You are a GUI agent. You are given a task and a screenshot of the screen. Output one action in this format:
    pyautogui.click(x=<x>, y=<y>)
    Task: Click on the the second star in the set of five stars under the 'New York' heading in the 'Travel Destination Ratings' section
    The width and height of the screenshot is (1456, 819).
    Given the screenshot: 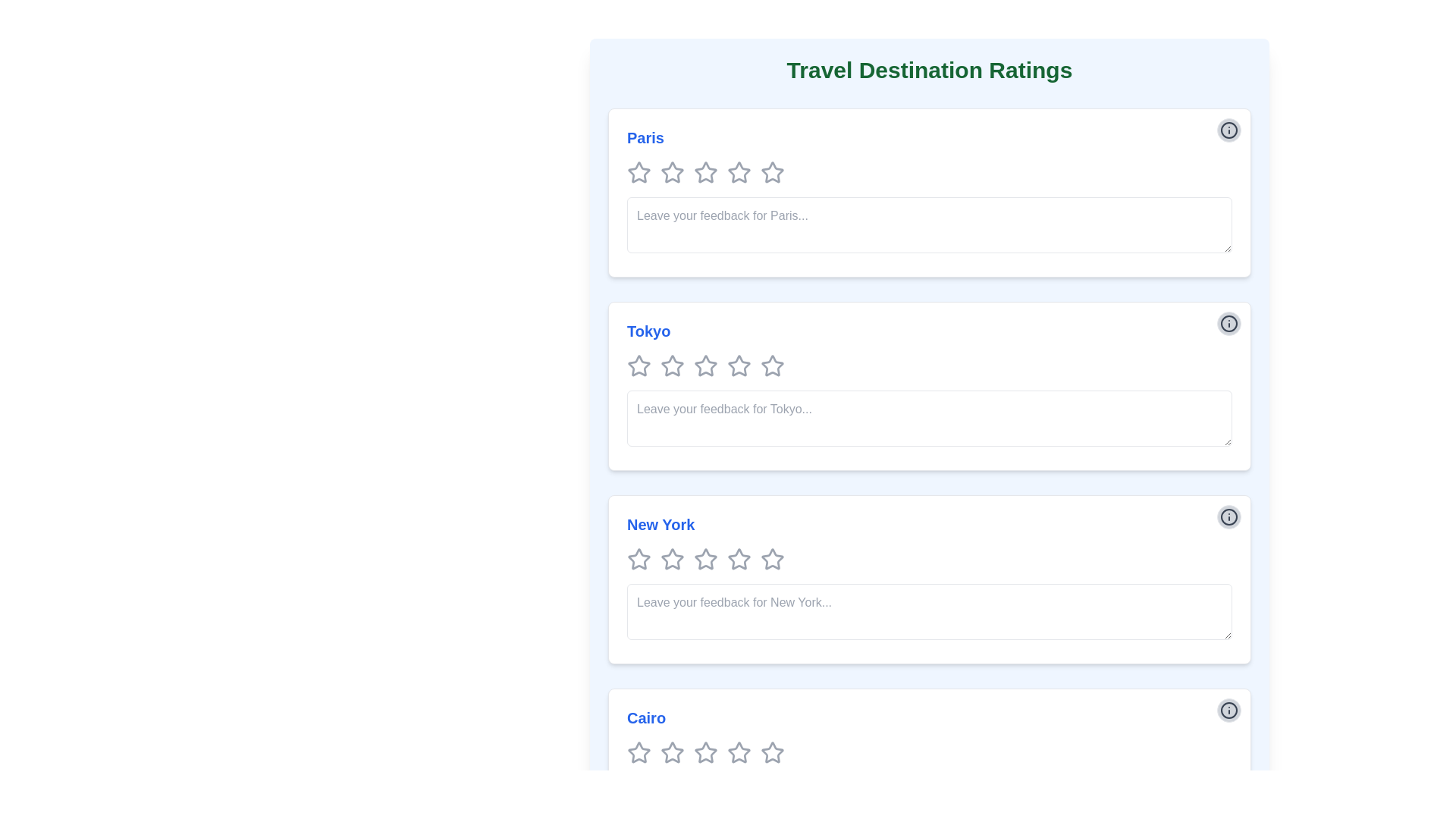 What is the action you would take?
    pyautogui.click(x=672, y=559)
    